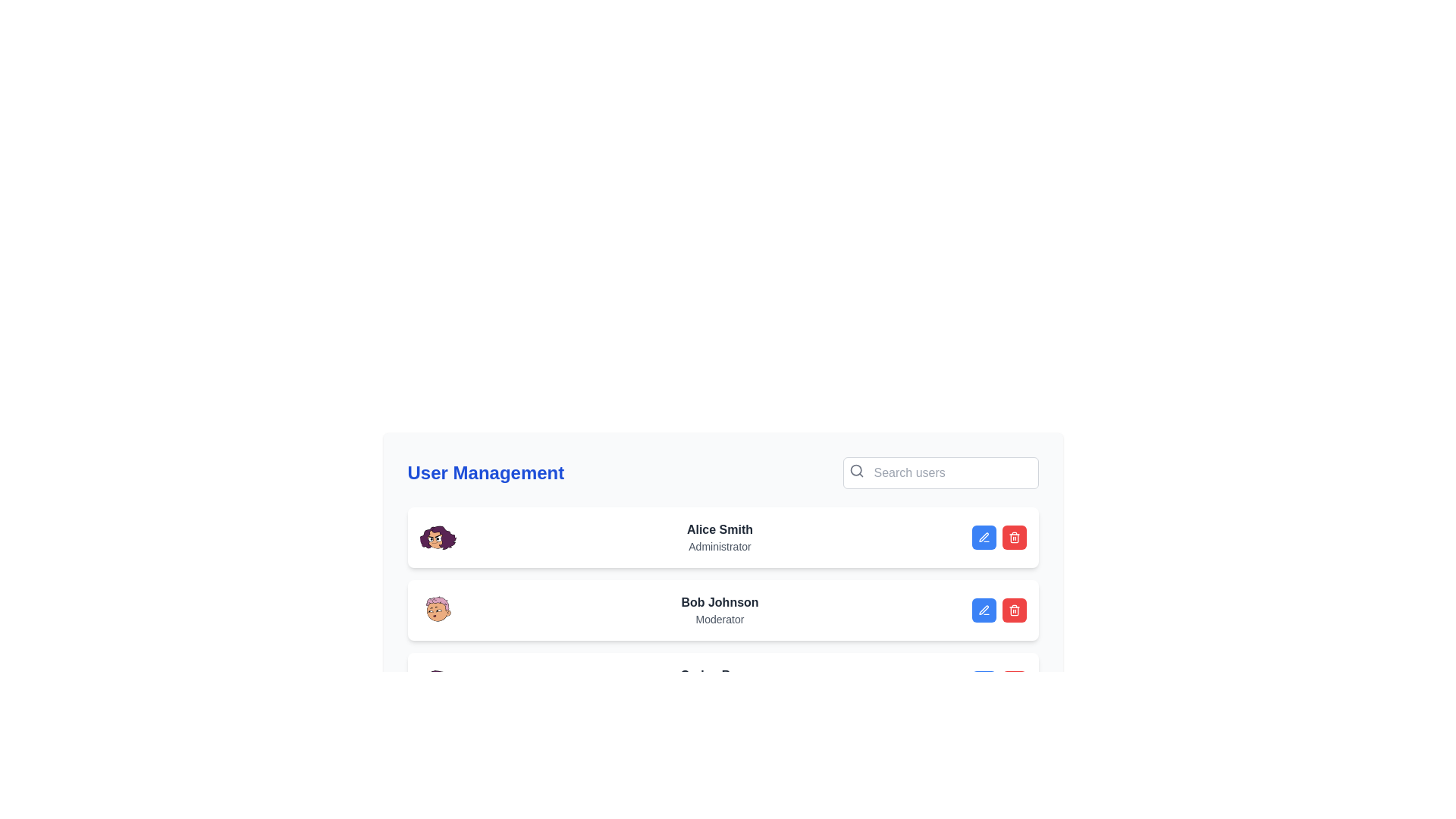 The width and height of the screenshot is (1456, 819). What do you see at coordinates (719, 601) in the screenshot?
I see `the text label identifying the name of a user` at bounding box center [719, 601].